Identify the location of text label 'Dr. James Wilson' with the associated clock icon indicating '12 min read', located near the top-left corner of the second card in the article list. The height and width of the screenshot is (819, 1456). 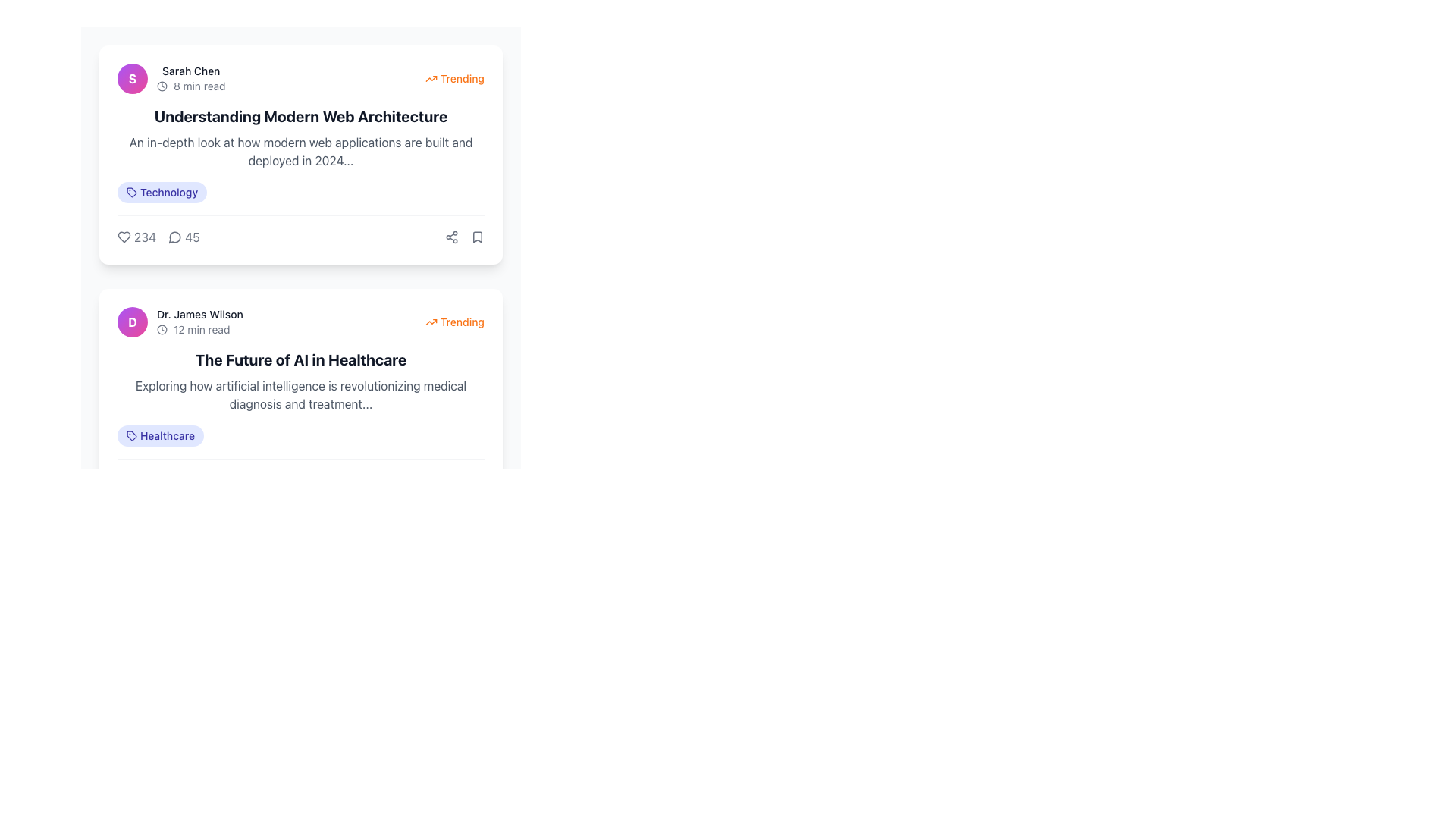
(199, 321).